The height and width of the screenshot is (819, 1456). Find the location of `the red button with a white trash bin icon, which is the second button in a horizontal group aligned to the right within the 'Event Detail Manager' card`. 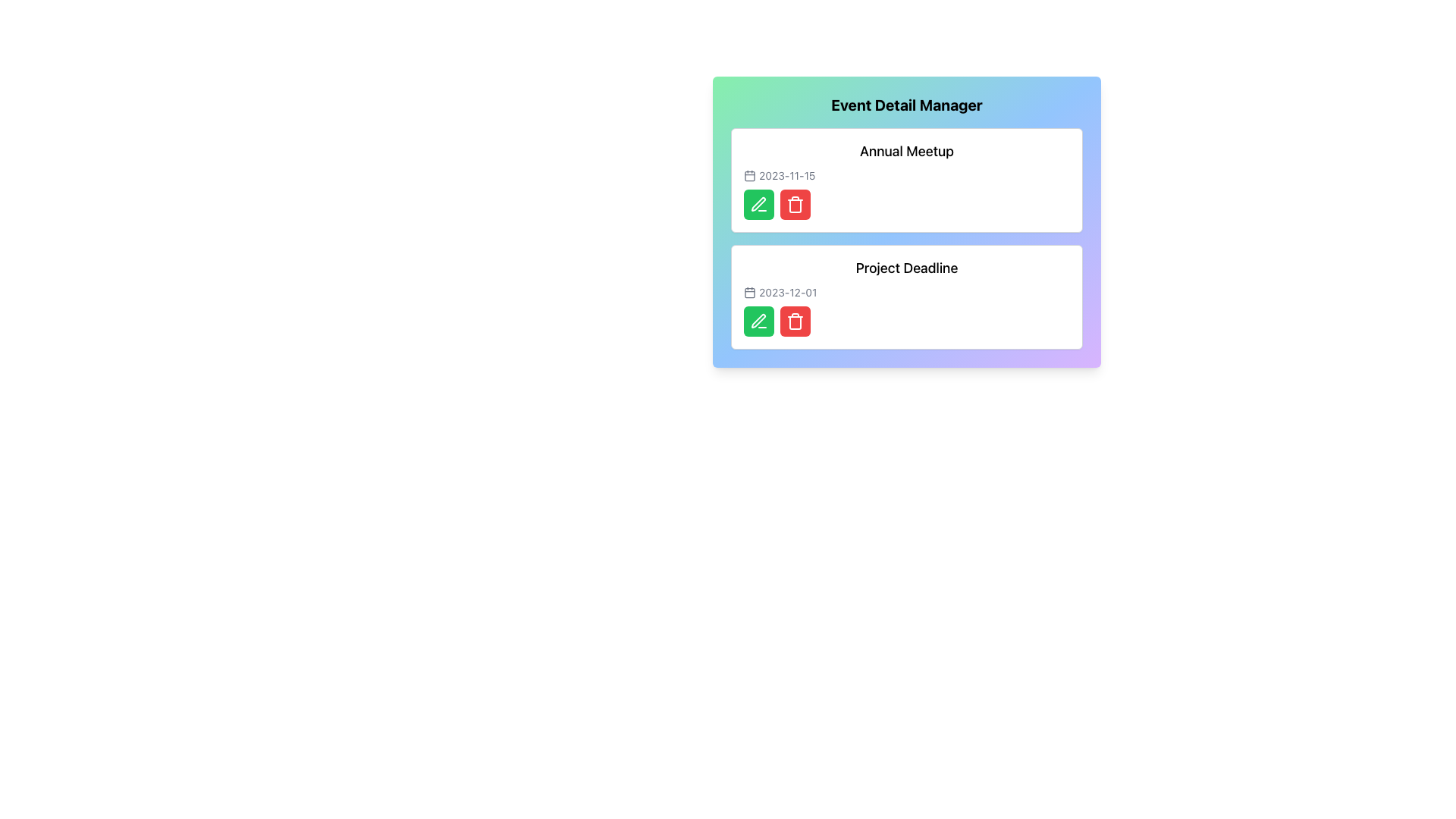

the red button with a white trash bin icon, which is the second button in a horizontal group aligned to the right within the 'Event Detail Manager' card is located at coordinates (795, 205).